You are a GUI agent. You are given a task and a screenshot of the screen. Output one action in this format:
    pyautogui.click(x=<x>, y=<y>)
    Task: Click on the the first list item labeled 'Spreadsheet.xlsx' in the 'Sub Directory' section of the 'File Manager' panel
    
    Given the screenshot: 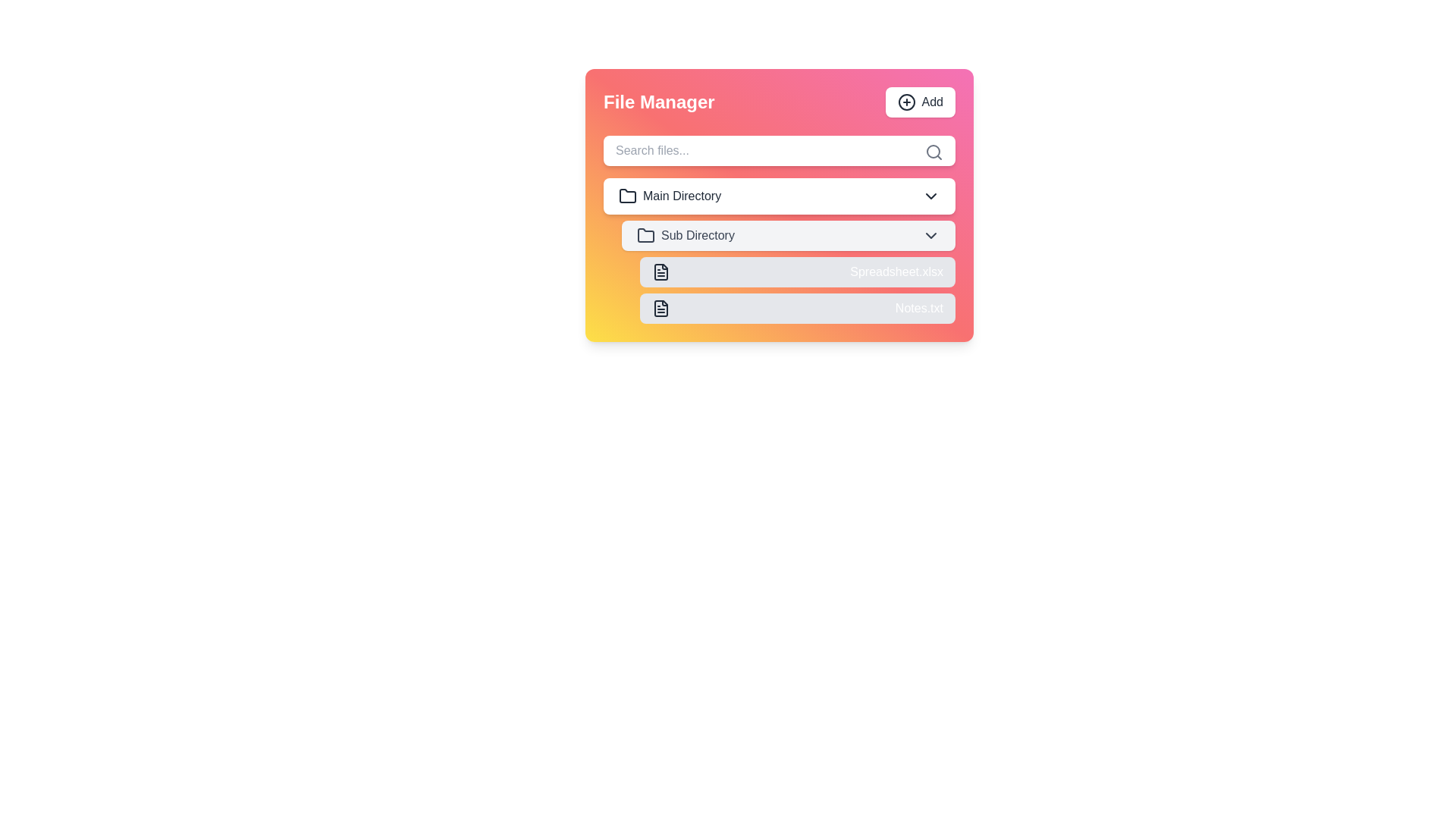 What is the action you would take?
    pyautogui.click(x=789, y=271)
    